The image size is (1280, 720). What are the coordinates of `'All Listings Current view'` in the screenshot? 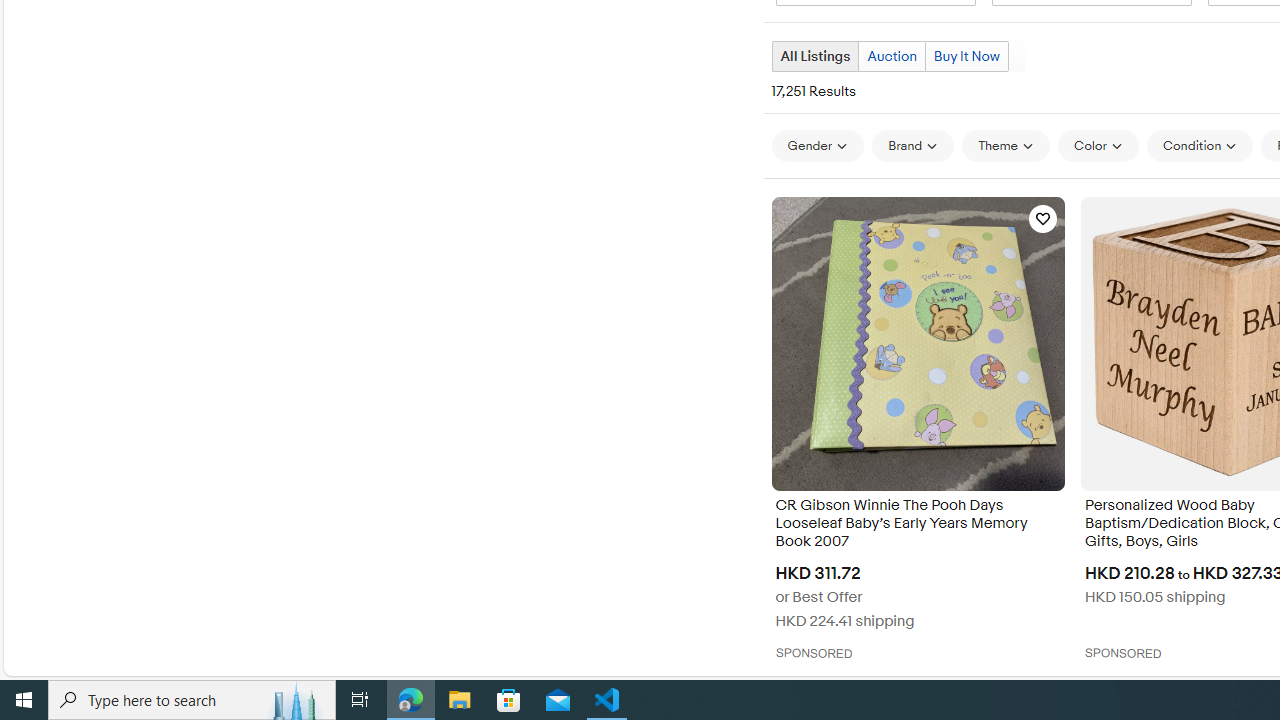 It's located at (815, 55).